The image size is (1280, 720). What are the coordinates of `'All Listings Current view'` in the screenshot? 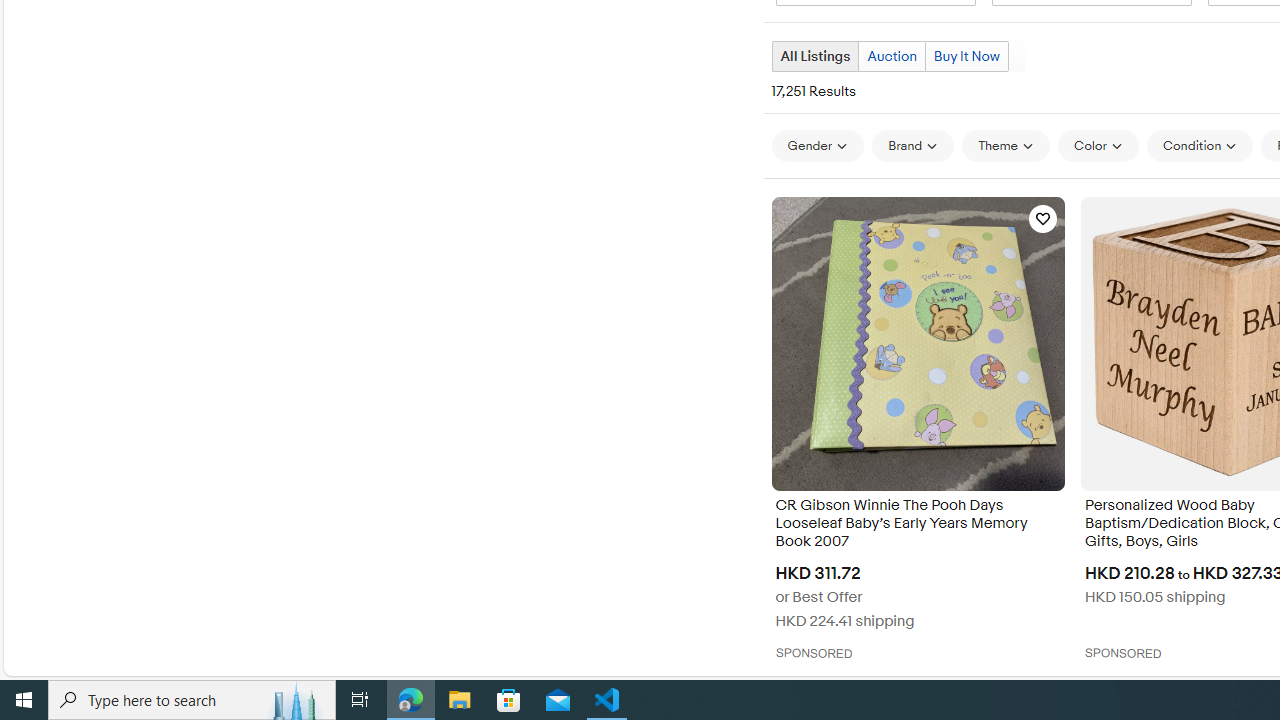 It's located at (815, 55).